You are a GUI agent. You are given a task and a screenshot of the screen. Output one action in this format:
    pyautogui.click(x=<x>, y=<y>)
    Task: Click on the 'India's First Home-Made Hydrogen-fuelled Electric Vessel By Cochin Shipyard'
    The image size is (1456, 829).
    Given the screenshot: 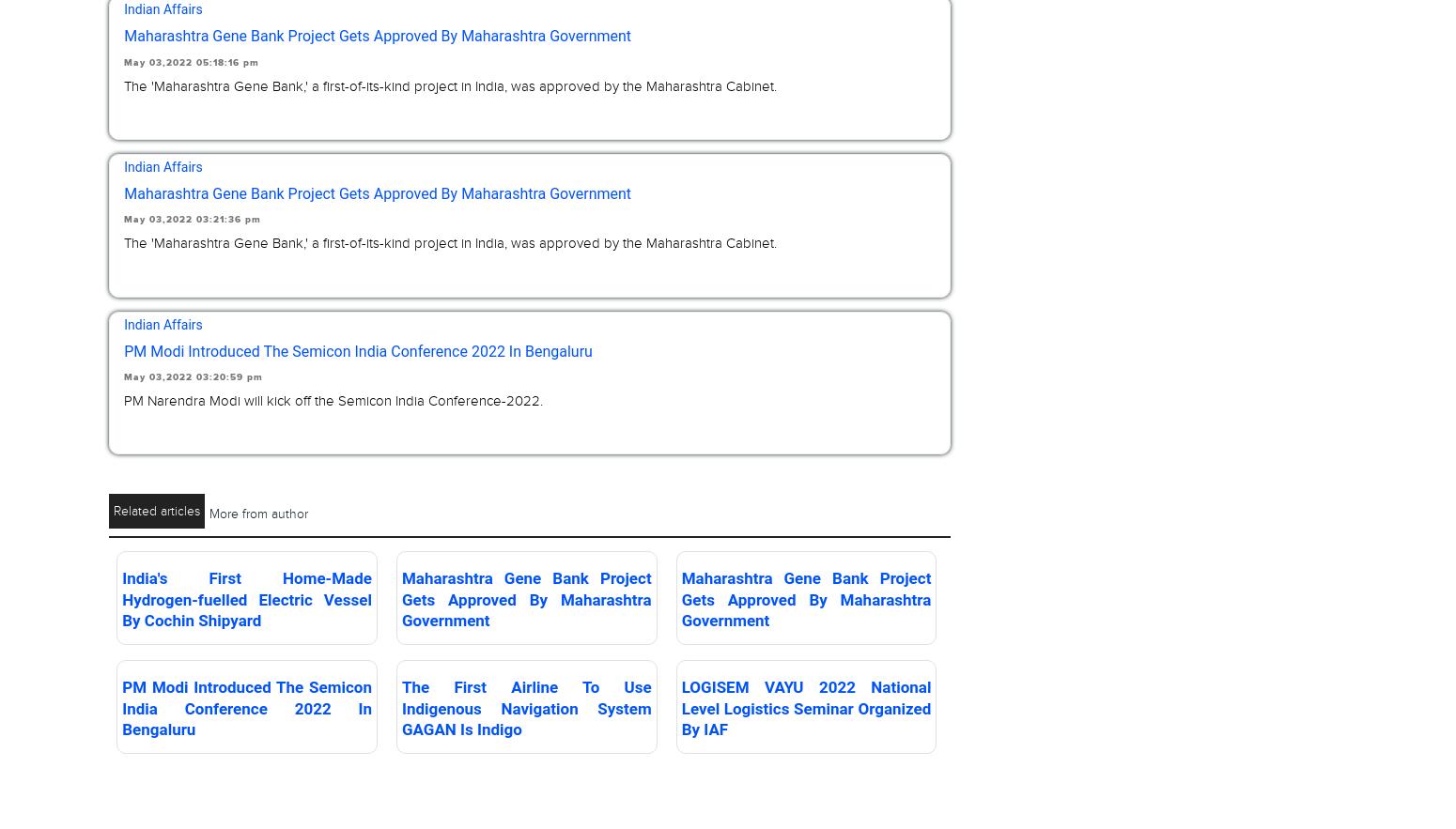 What is the action you would take?
    pyautogui.click(x=246, y=598)
    